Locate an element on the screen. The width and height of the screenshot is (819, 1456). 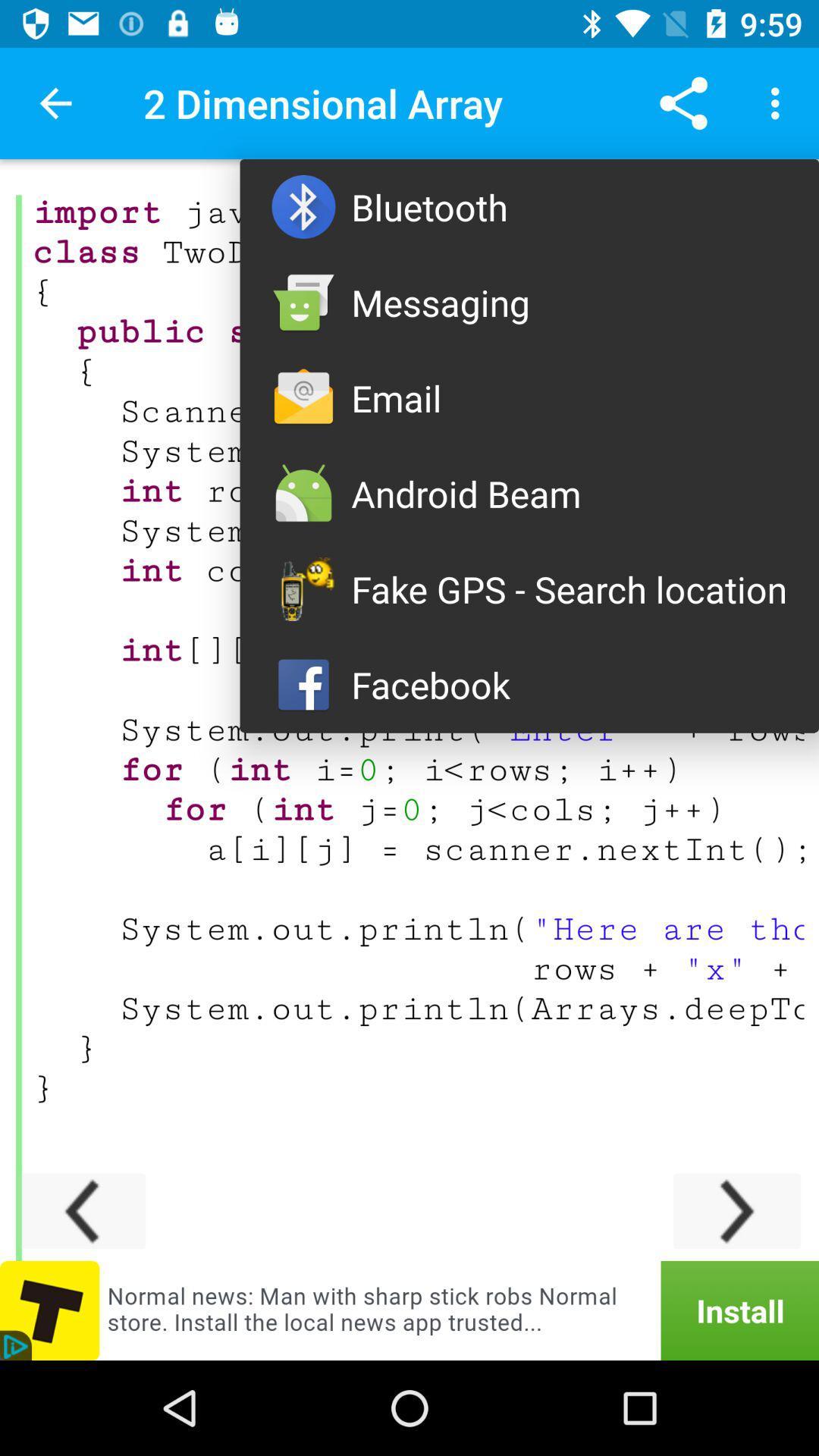
the arrow_forward icon is located at coordinates (736, 1210).